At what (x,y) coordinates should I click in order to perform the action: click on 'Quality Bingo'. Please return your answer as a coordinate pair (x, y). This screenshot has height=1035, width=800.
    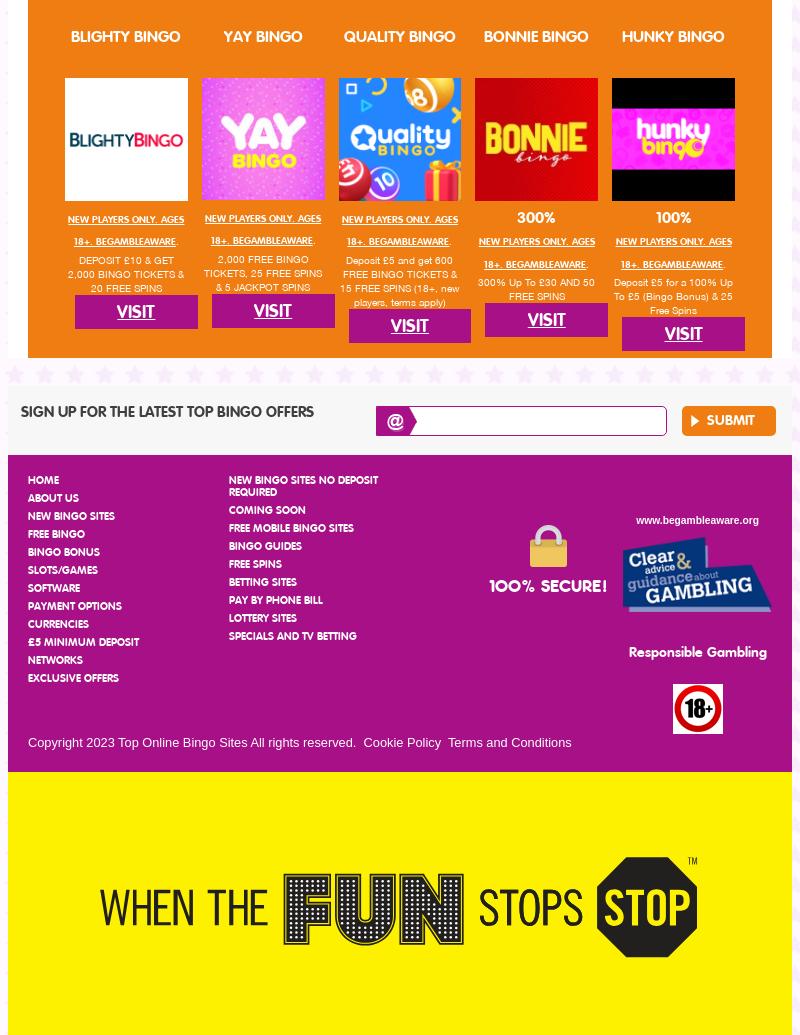
    Looking at the image, I should click on (398, 36).